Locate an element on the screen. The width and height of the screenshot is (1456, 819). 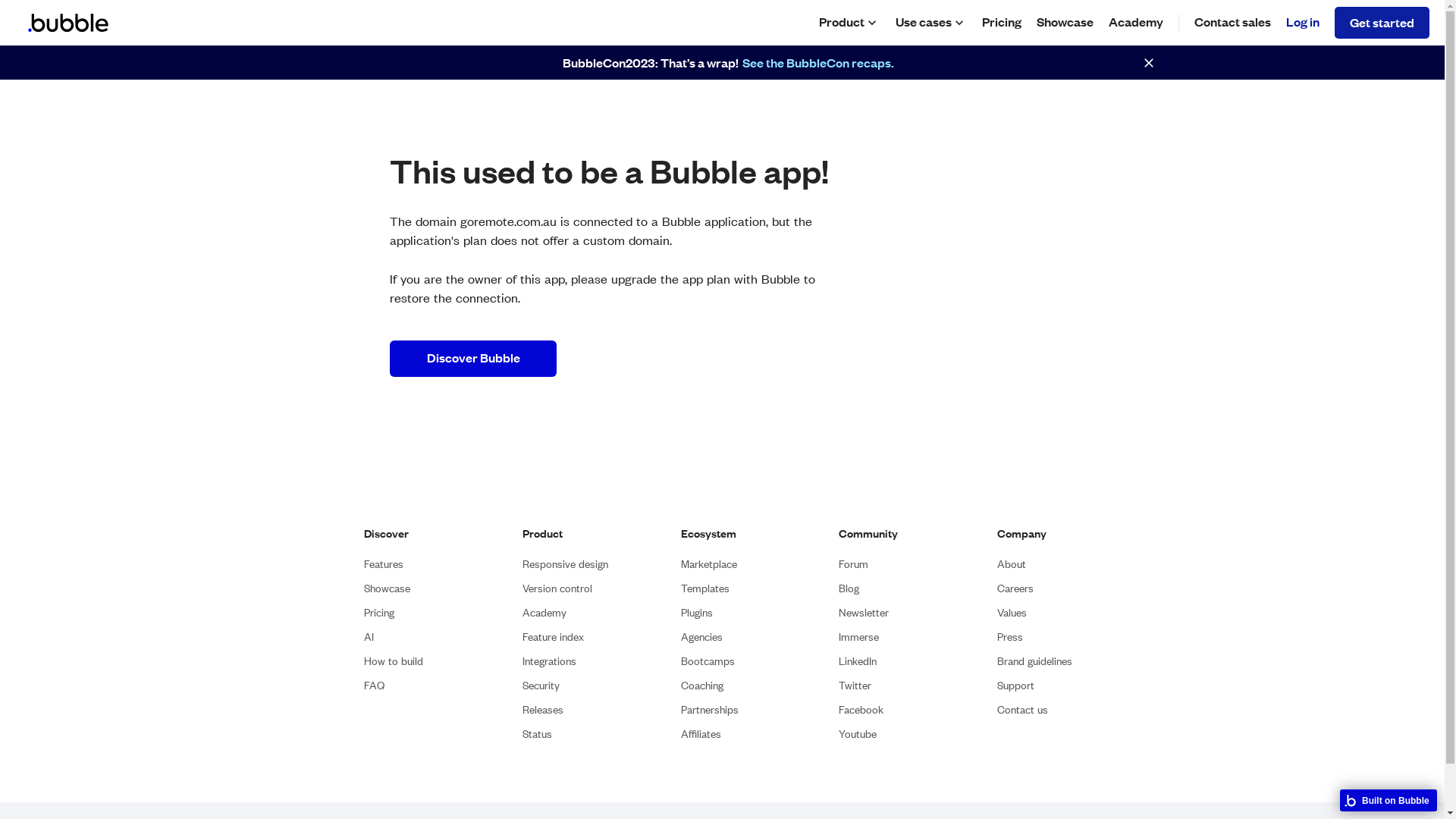
'FAQ' is located at coordinates (374, 685).